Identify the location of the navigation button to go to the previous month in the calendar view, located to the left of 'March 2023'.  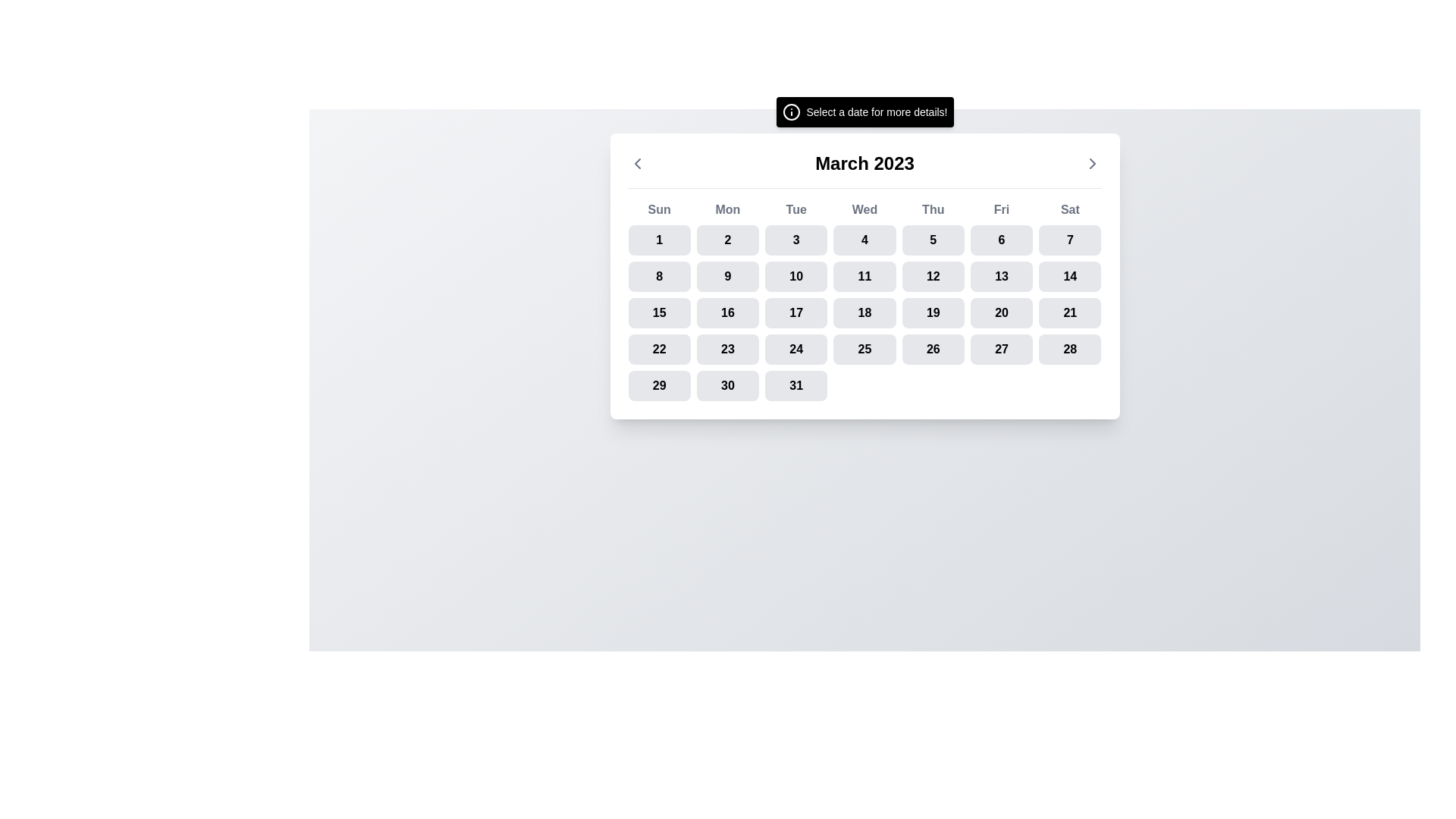
(637, 164).